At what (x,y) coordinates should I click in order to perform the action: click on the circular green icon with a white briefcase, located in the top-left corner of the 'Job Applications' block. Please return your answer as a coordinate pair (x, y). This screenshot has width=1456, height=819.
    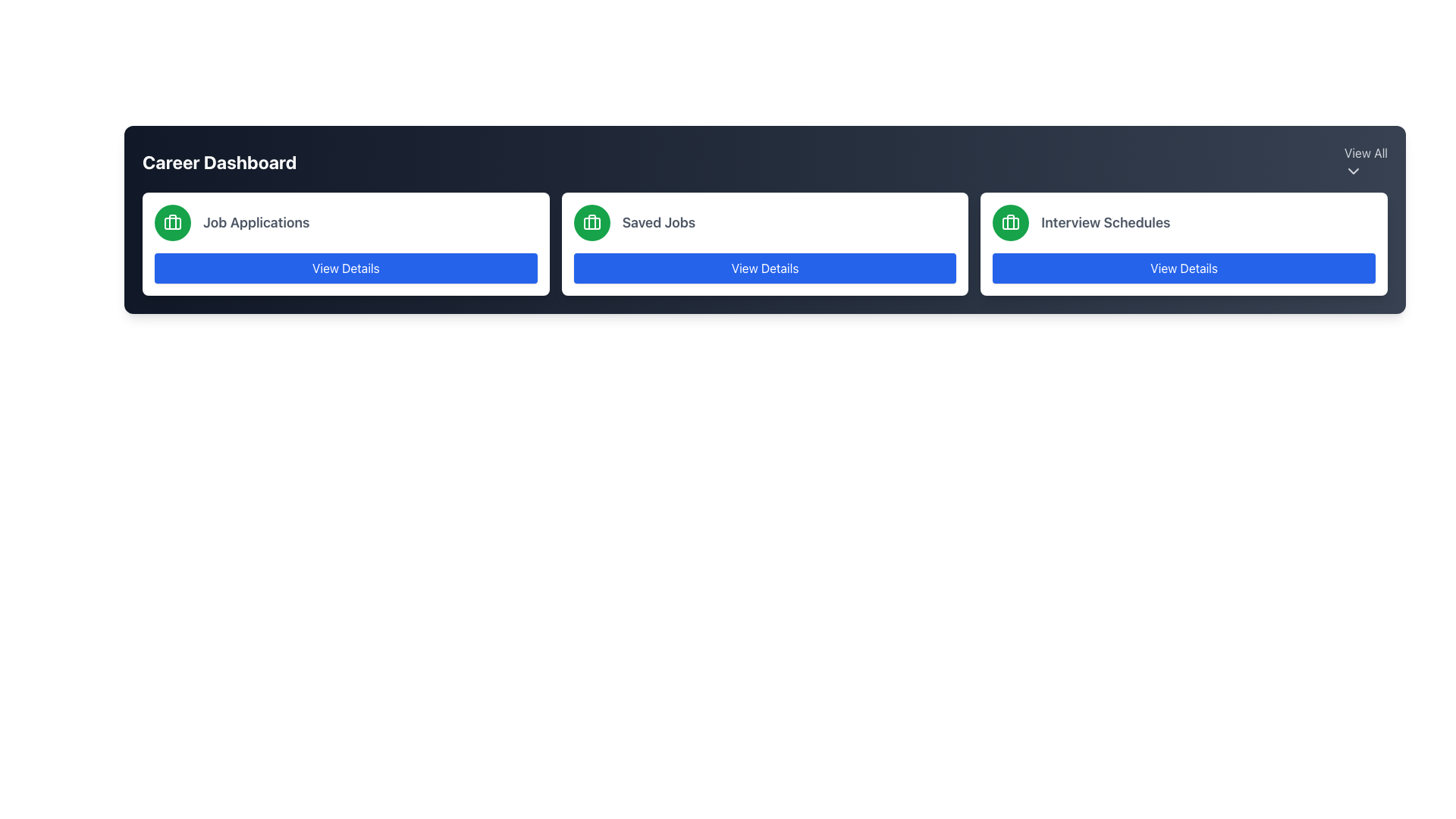
    Looking at the image, I should click on (172, 222).